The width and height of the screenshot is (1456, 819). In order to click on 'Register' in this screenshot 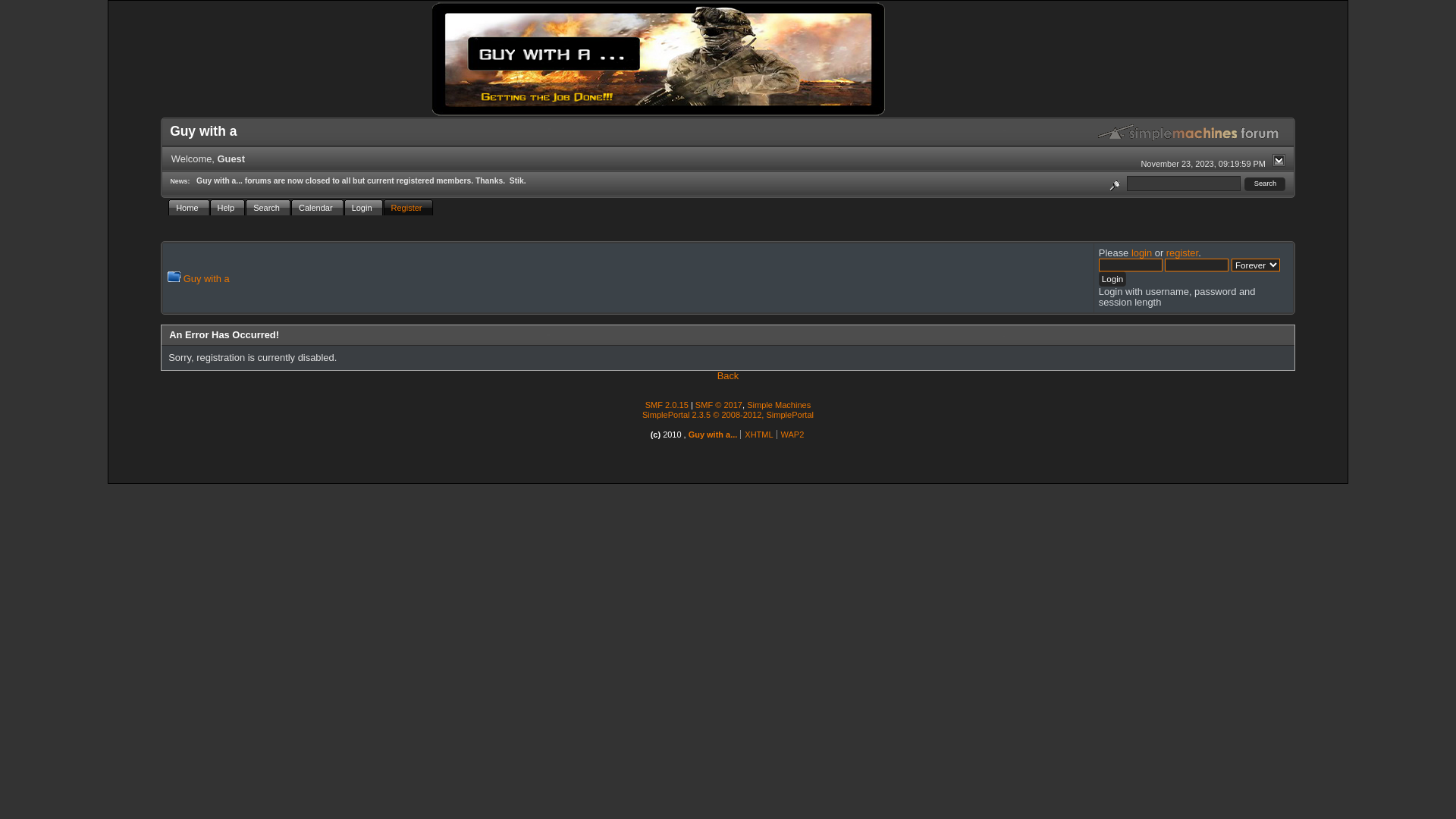, I will do `click(408, 207)`.